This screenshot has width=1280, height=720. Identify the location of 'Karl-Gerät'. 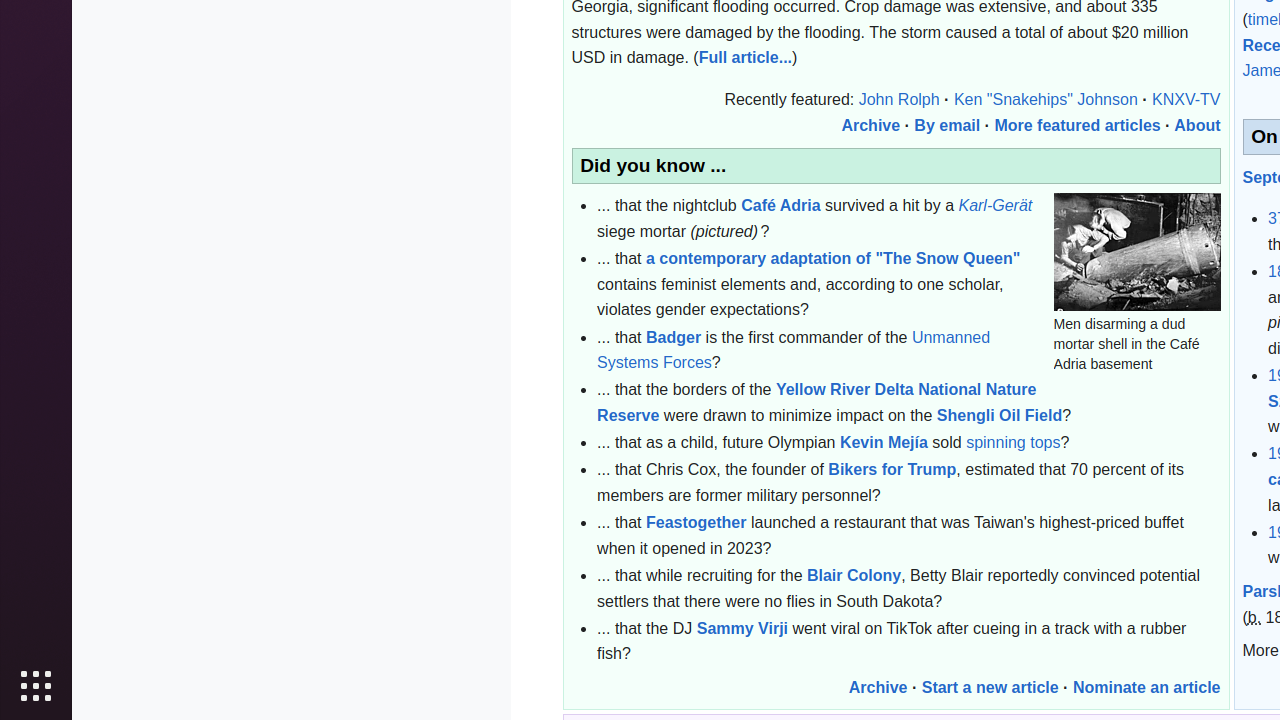
(995, 205).